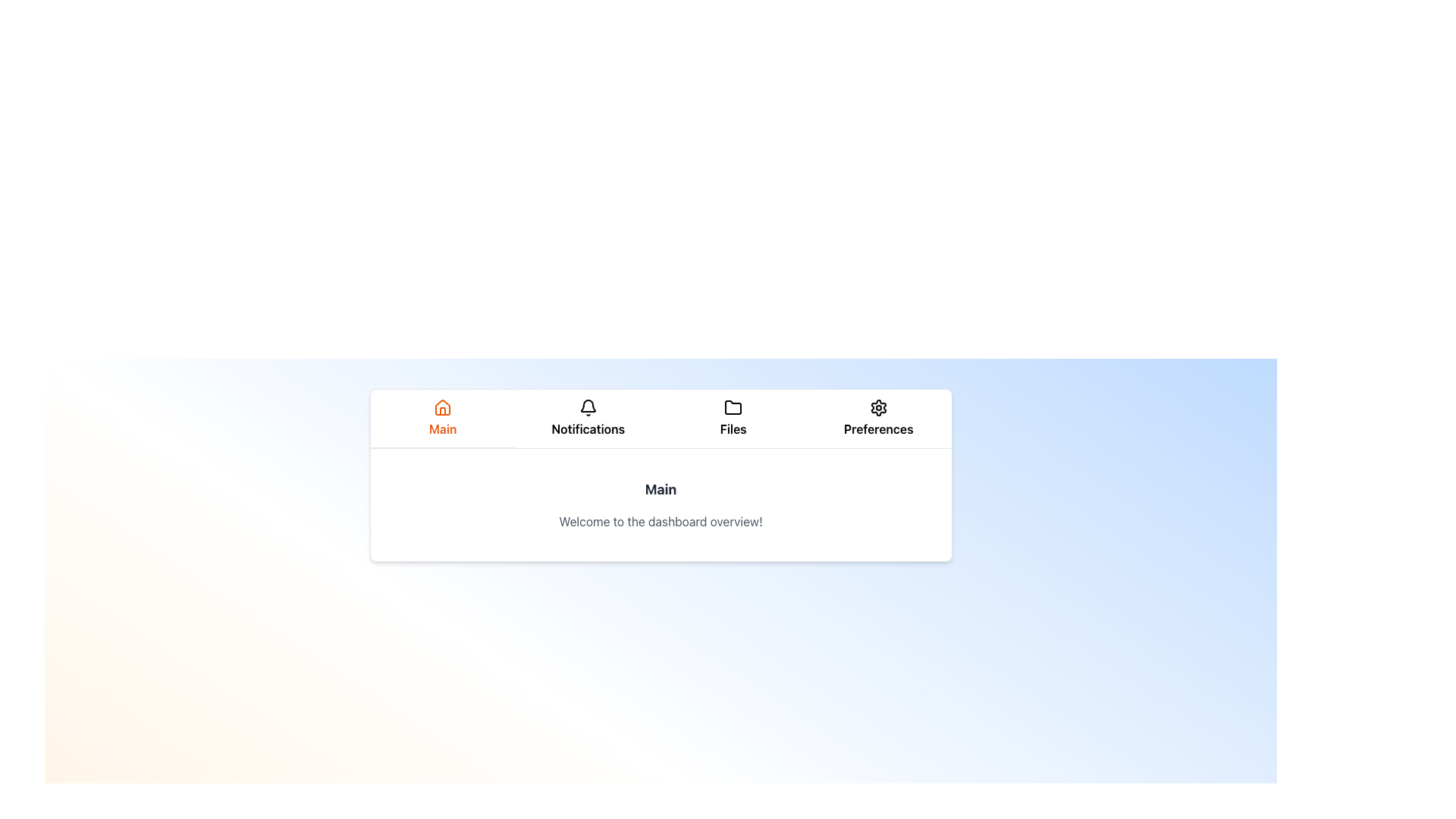 The width and height of the screenshot is (1456, 819). Describe the element at coordinates (878, 419) in the screenshot. I see `the fourth menu item in the horizontal navigation bar, which serves as a link` at that location.